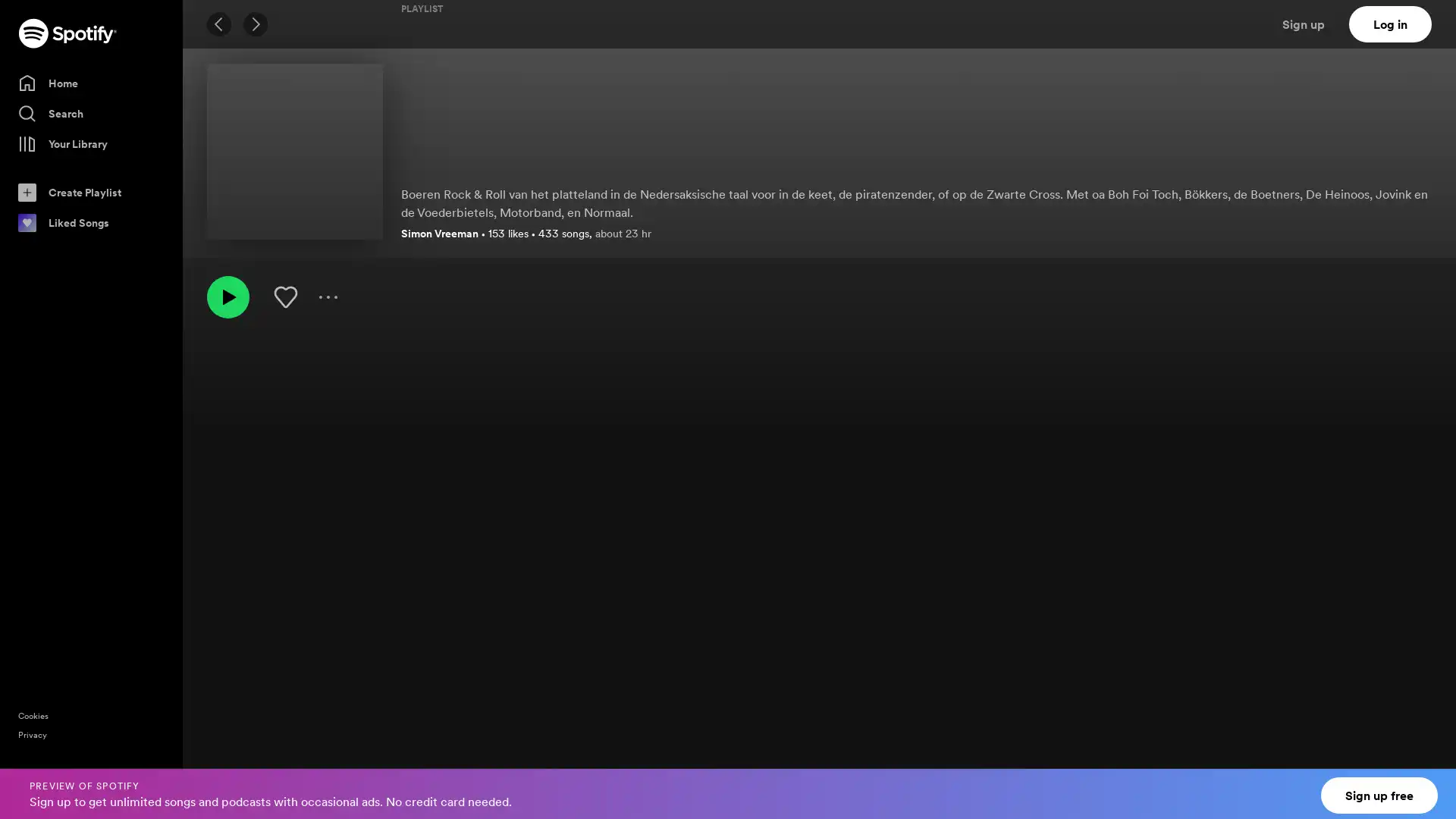  Describe the element at coordinates (225, 441) in the screenshot. I see `Play Platteland by Band For Farmers` at that location.